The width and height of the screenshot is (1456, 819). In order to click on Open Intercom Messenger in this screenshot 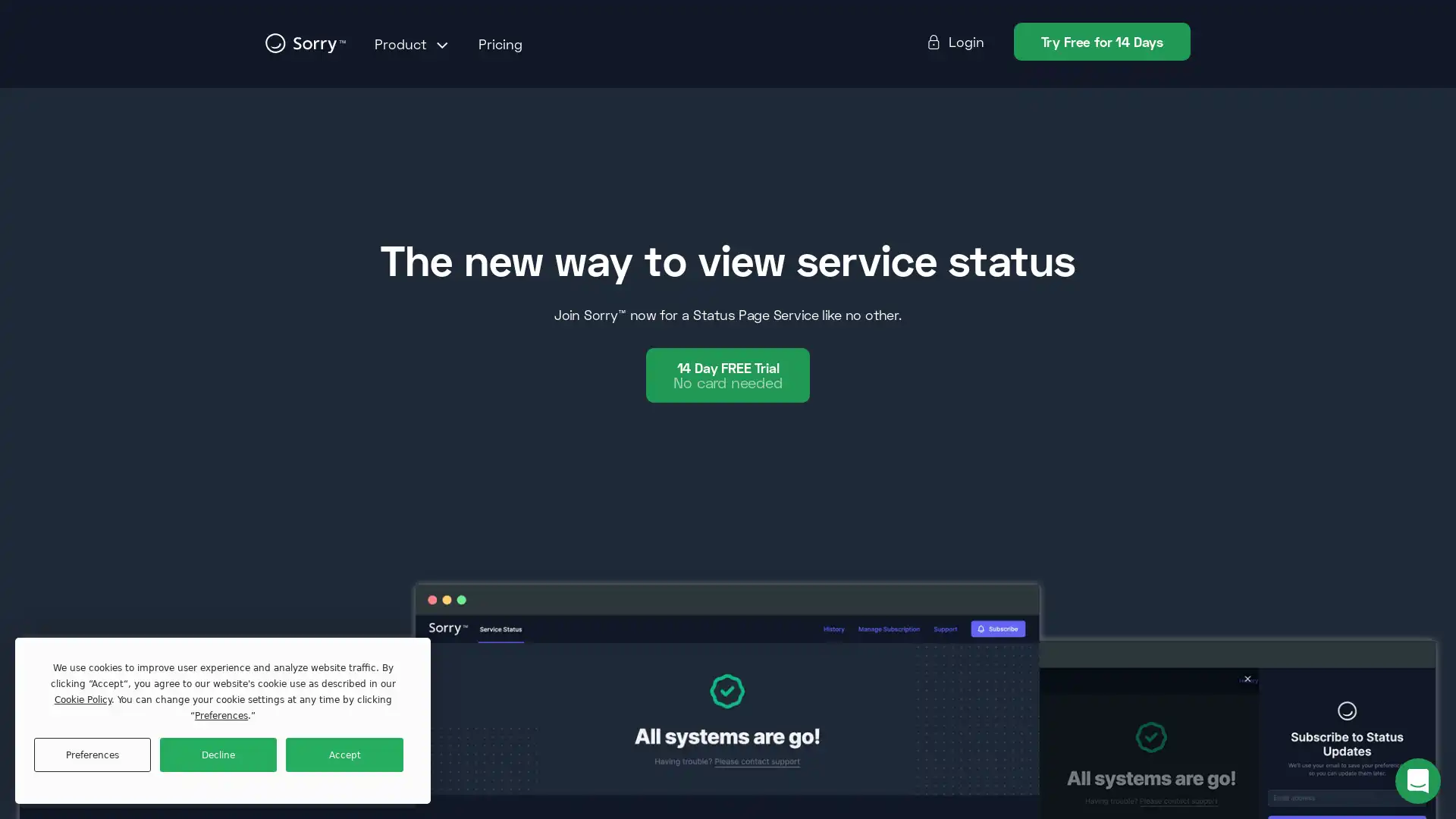, I will do `click(1417, 780)`.